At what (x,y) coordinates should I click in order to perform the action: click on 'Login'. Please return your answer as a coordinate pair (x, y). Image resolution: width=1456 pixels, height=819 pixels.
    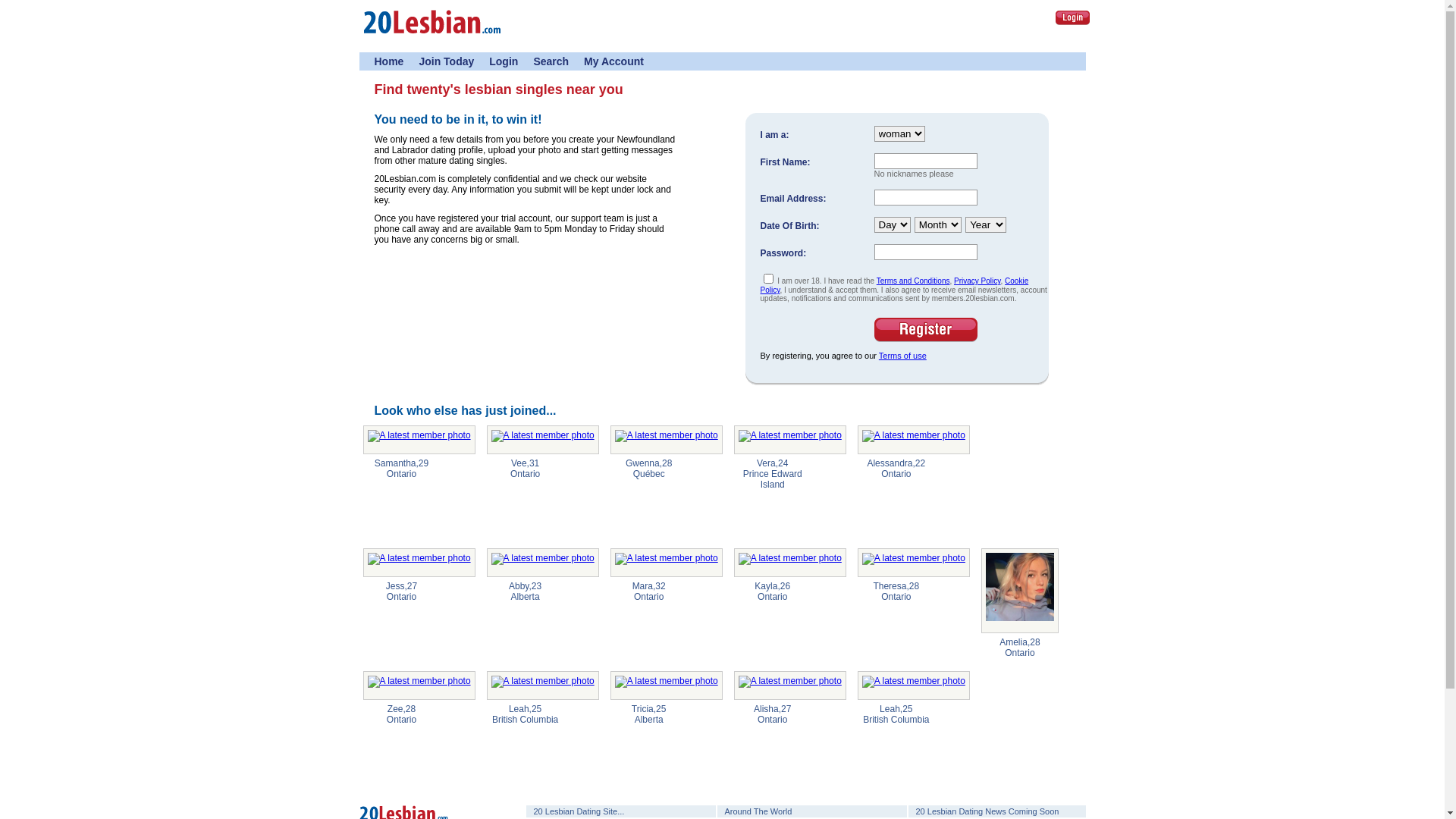
    Looking at the image, I should click on (1072, 17).